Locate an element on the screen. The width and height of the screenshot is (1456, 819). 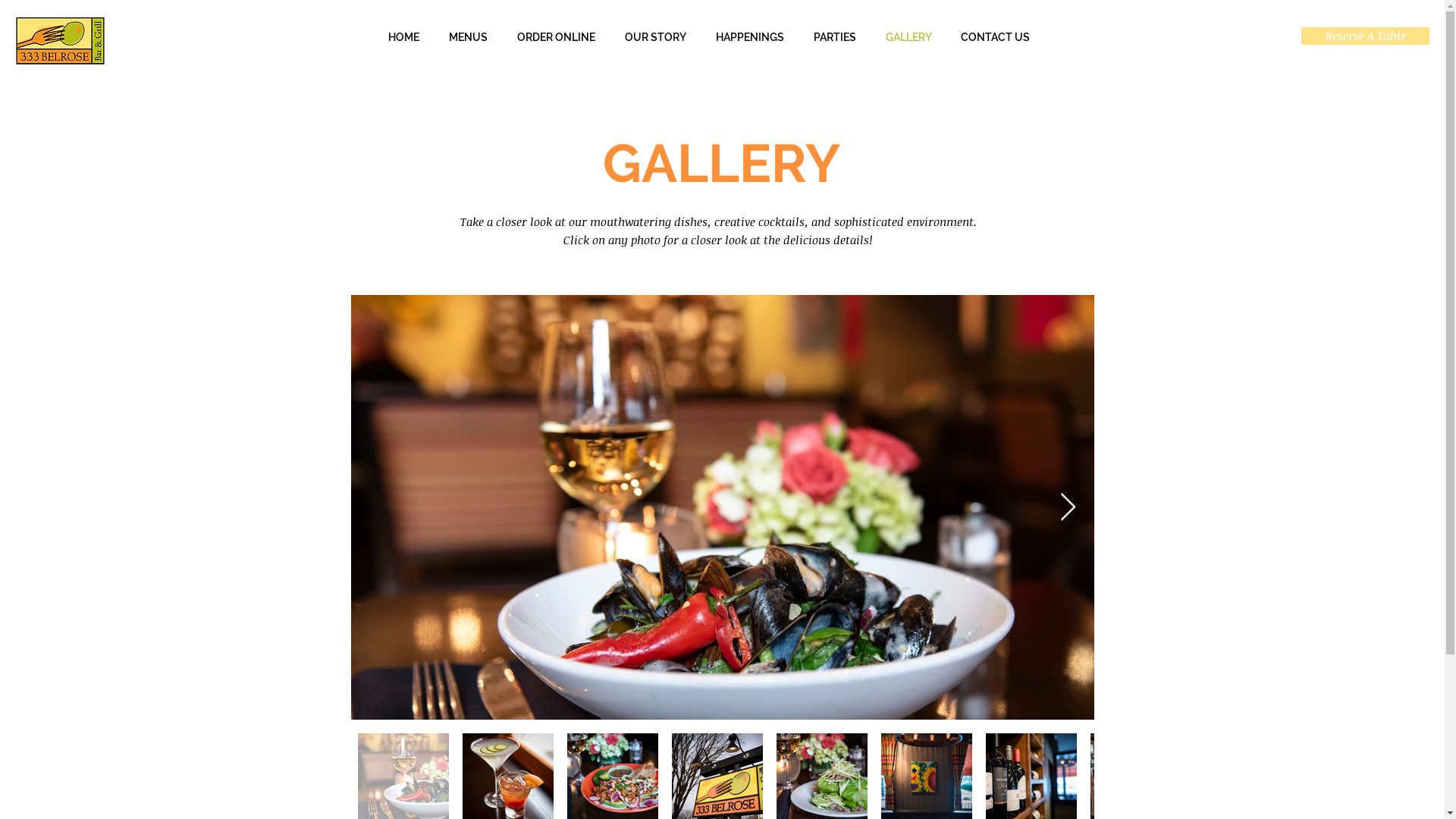
'HOME' is located at coordinates (403, 36).